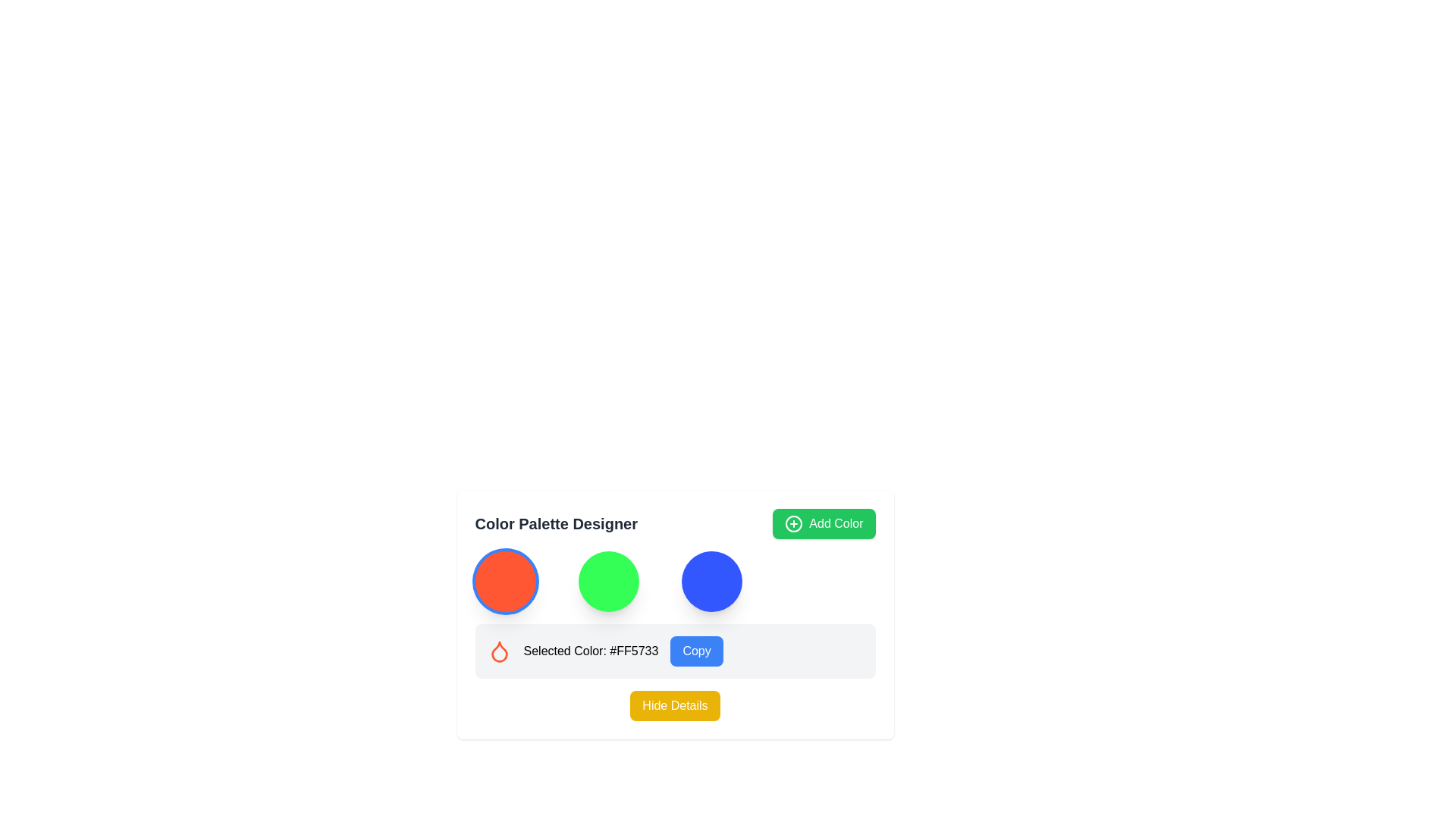 The height and width of the screenshot is (819, 1456). I want to click on the red droplet-shaped graphical icon representing the selected color in the color palette selection interface, so click(499, 651).